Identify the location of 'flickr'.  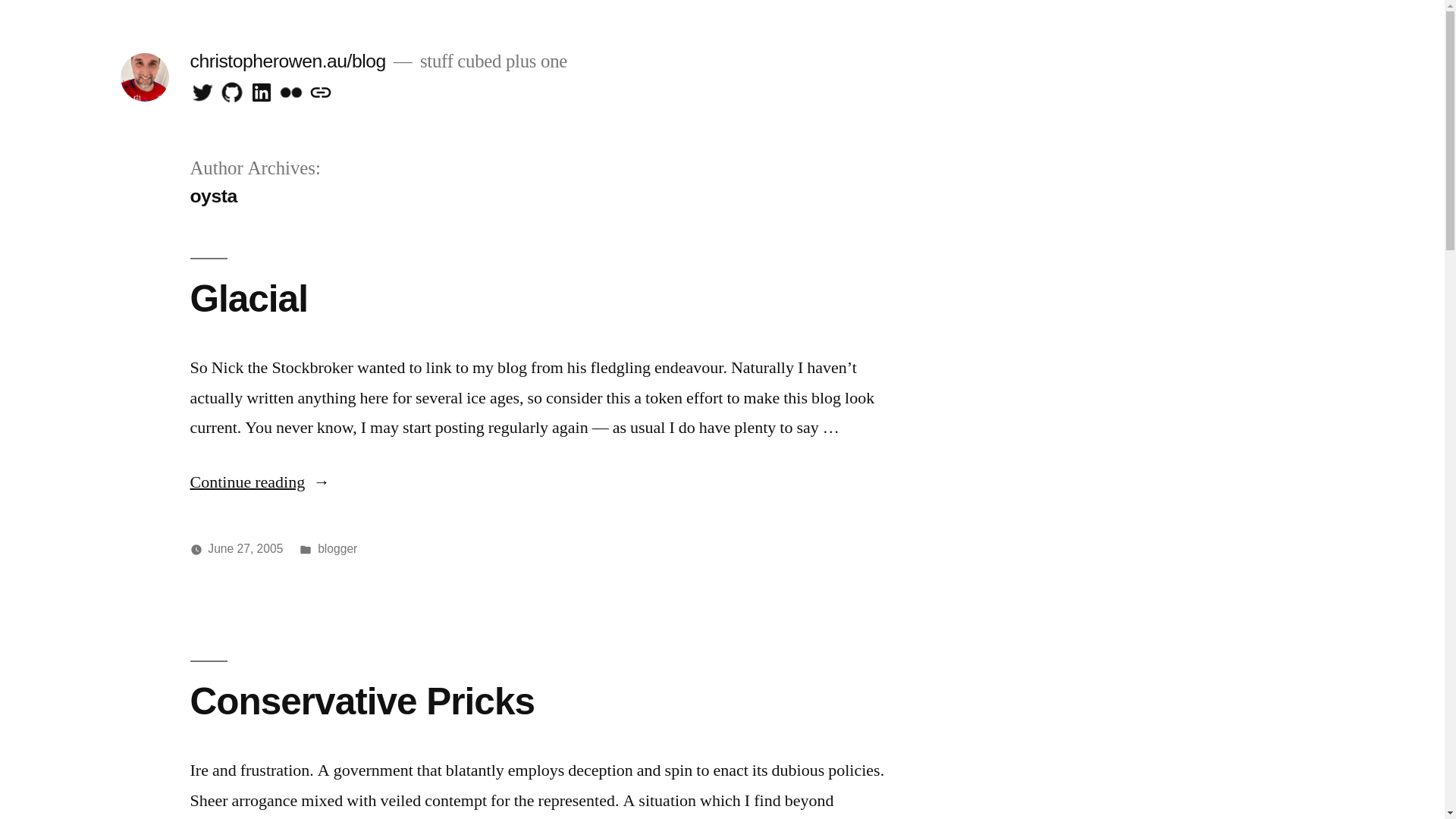
(291, 93).